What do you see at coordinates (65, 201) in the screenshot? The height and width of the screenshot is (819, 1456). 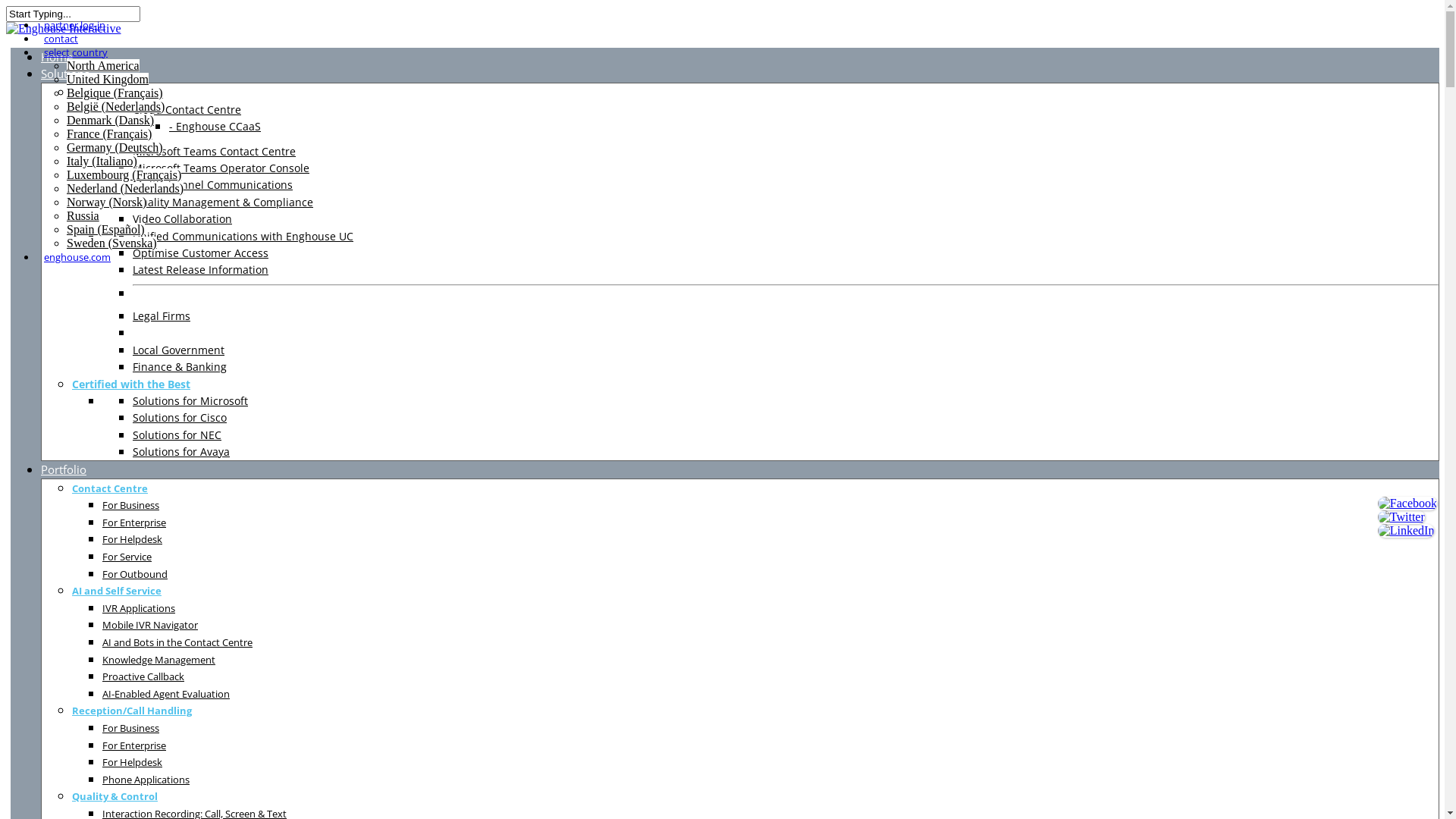 I see `'Norway (Norsk)'` at bounding box center [65, 201].